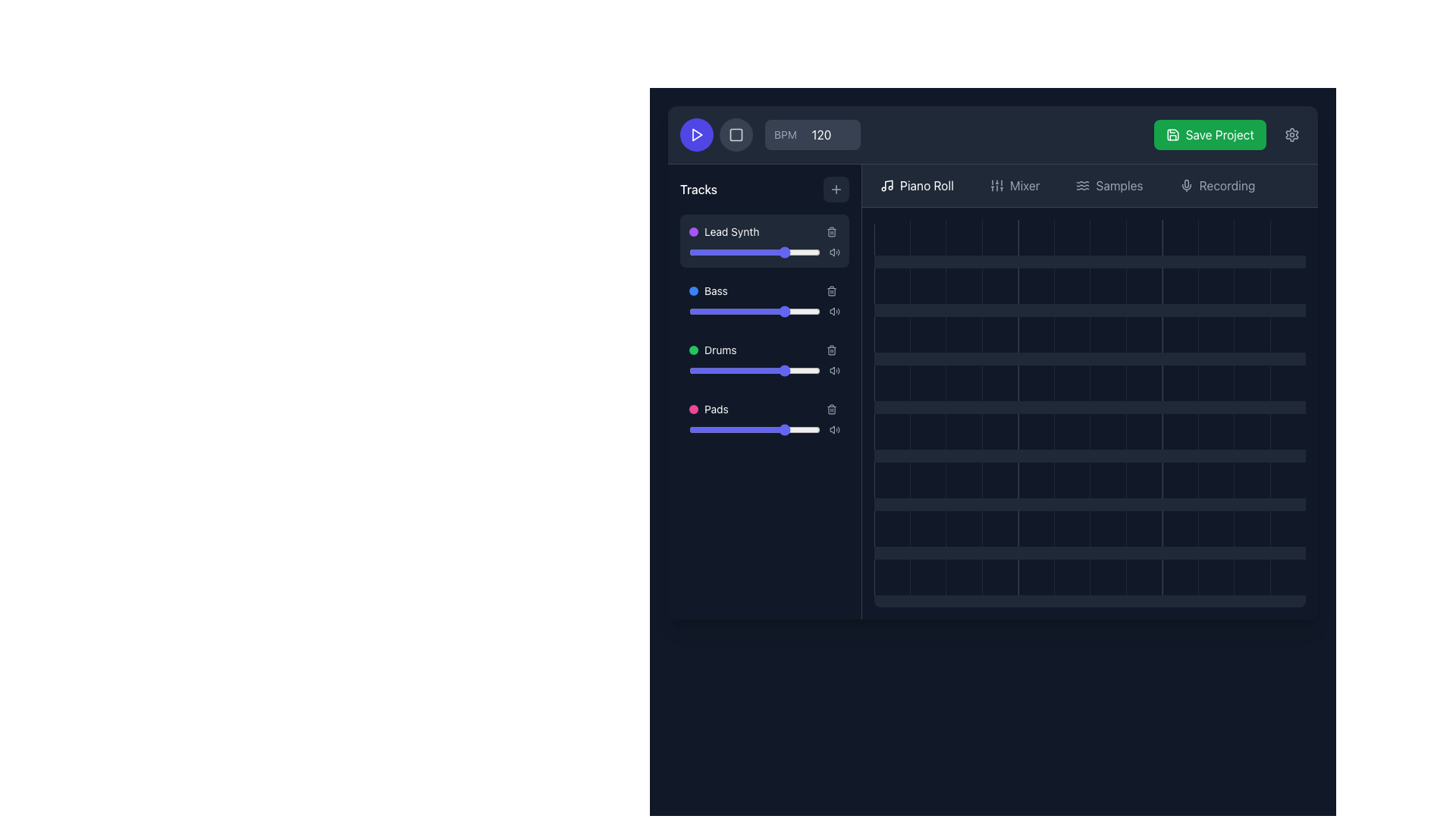 The width and height of the screenshot is (1456, 819). I want to click on the grid cell located in the fifth column and fifth row, which has a dark gray background and is bordered on the left by a gray line, by clicking on it, so click(1035, 431).